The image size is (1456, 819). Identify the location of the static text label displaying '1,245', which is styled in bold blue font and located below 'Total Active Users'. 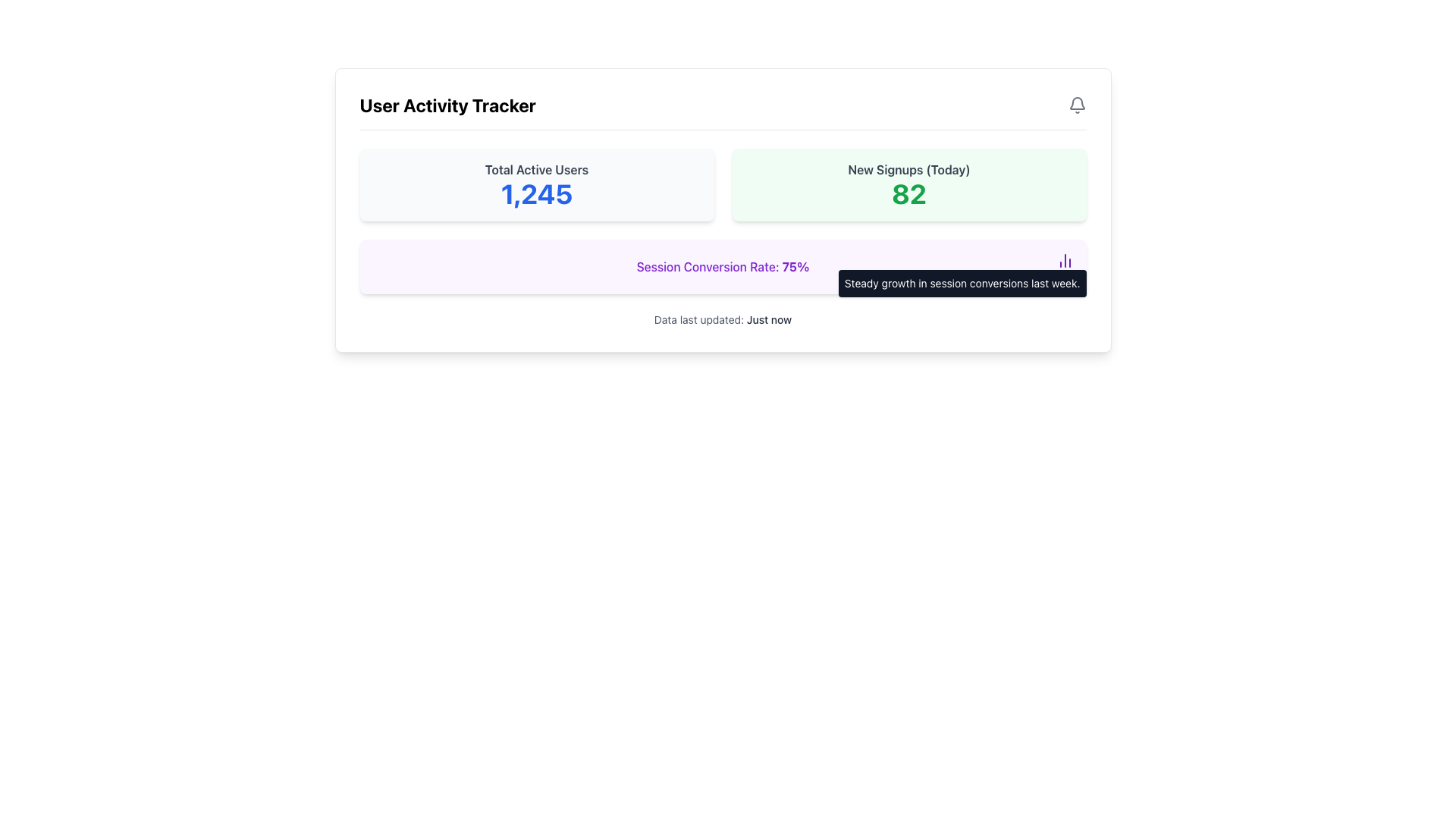
(537, 193).